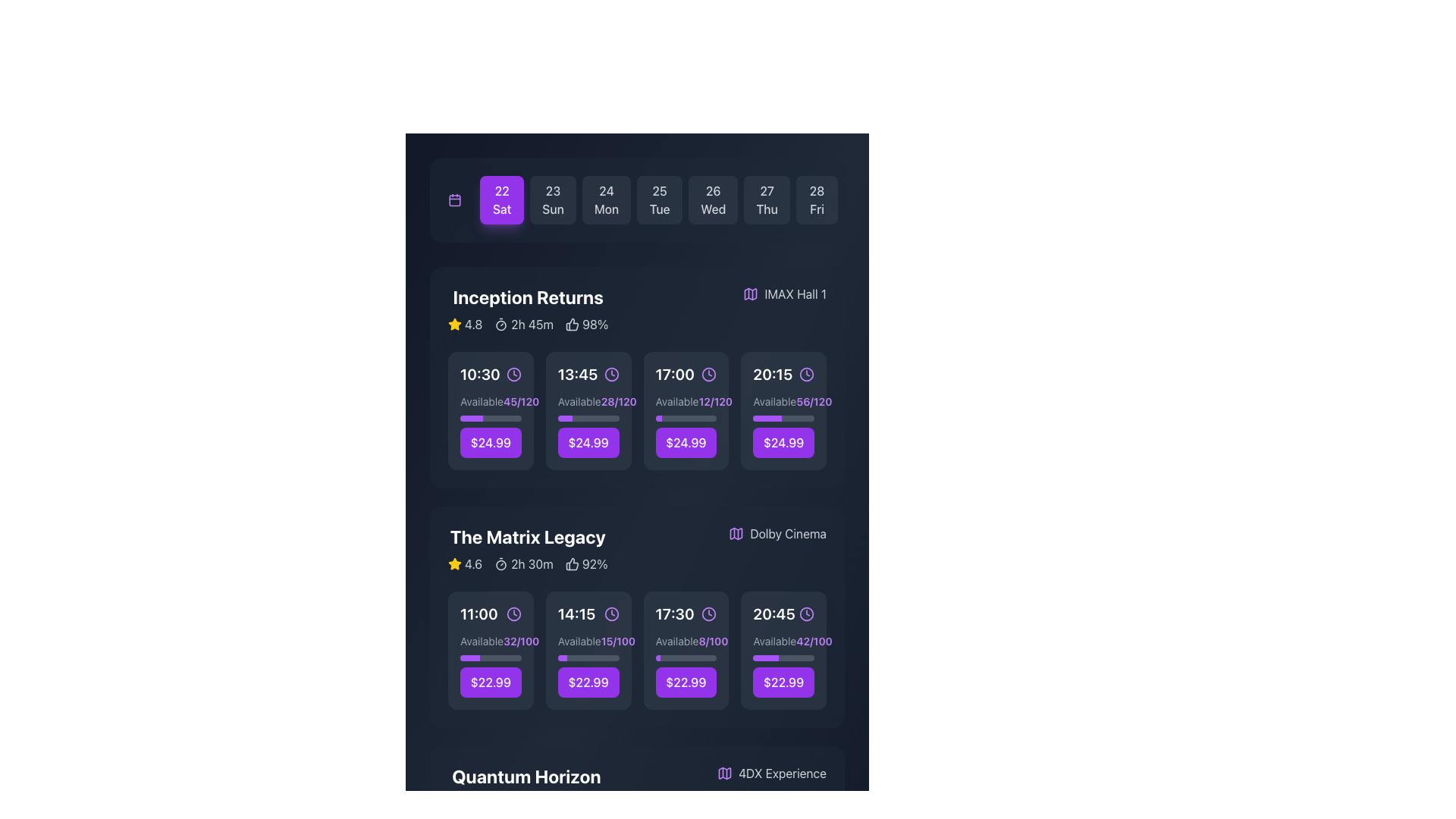 Image resolution: width=1456 pixels, height=819 pixels. What do you see at coordinates (712, 199) in the screenshot?
I see `the button representing the selectable date in the calendar interface` at bounding box center [712, 199].